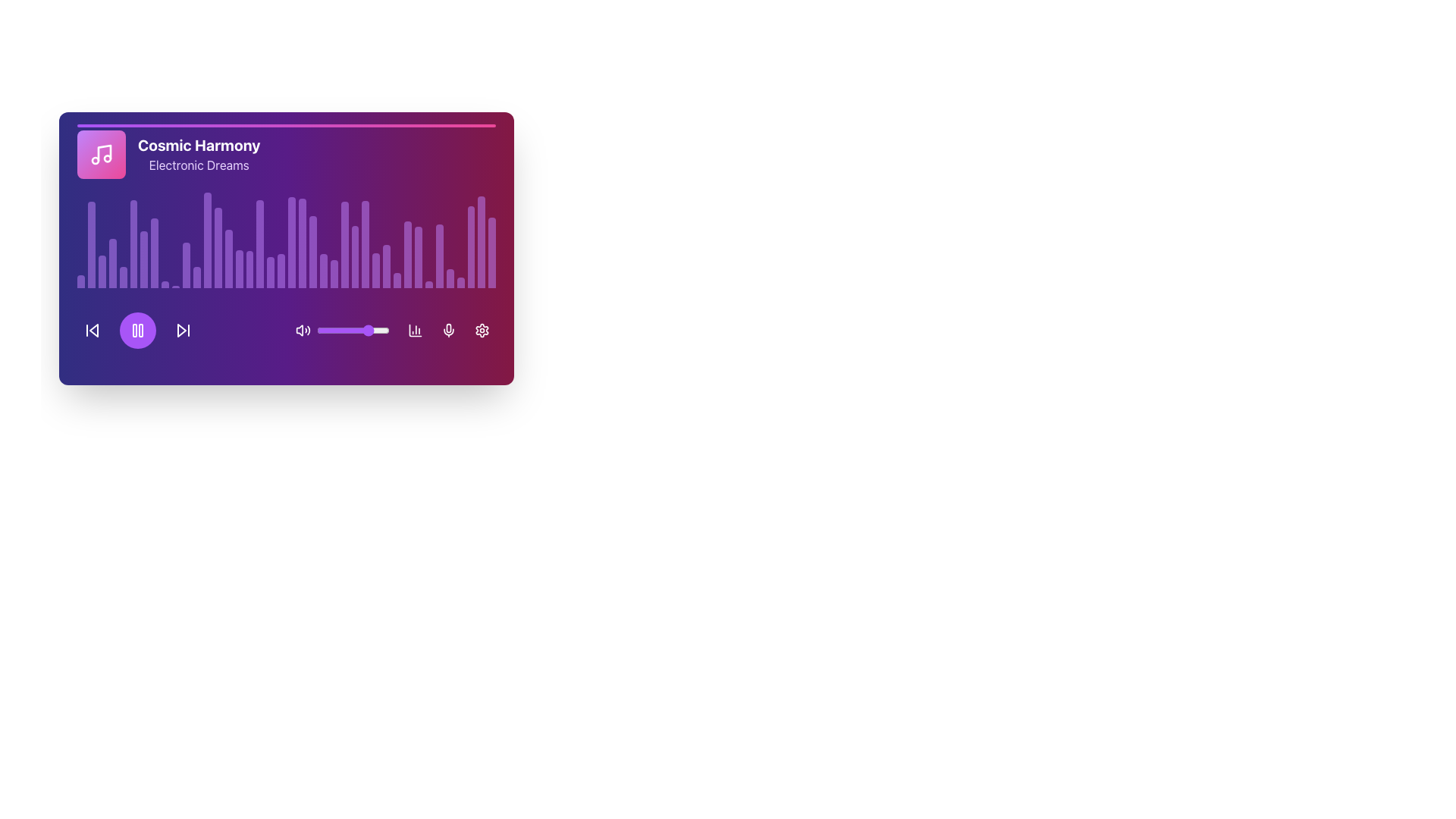 The image size is (1456, 819). I want to click on the white column chart icon on a purple background, the fourth item in the series of icons at the bottom right of the music player interface, so click(415, 329).